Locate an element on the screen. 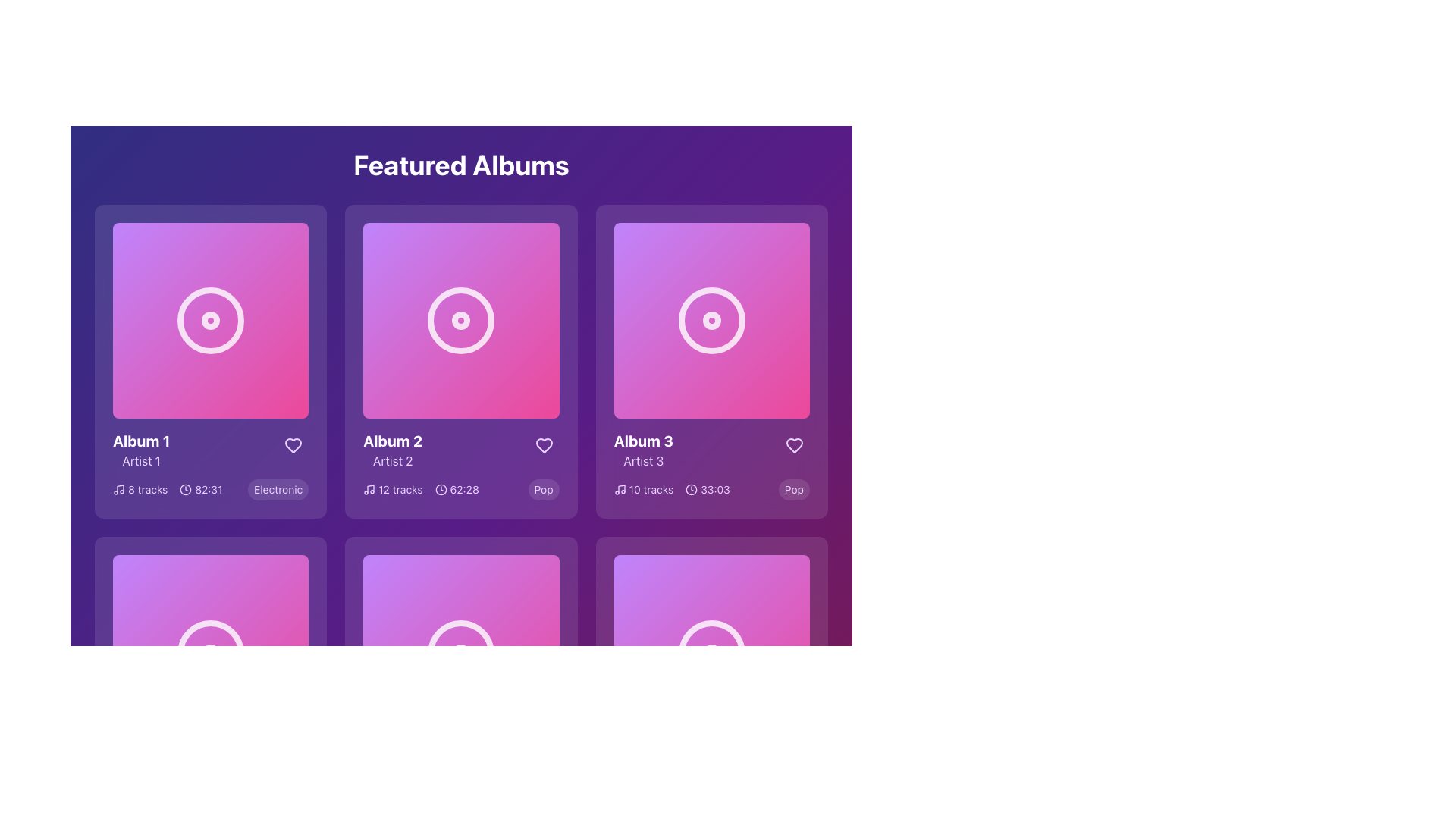  the informational label with a music icon and the text '10 tracks' located in the bottom-left section of the album card for 'Album 3' is located at coordinates (644, 490).